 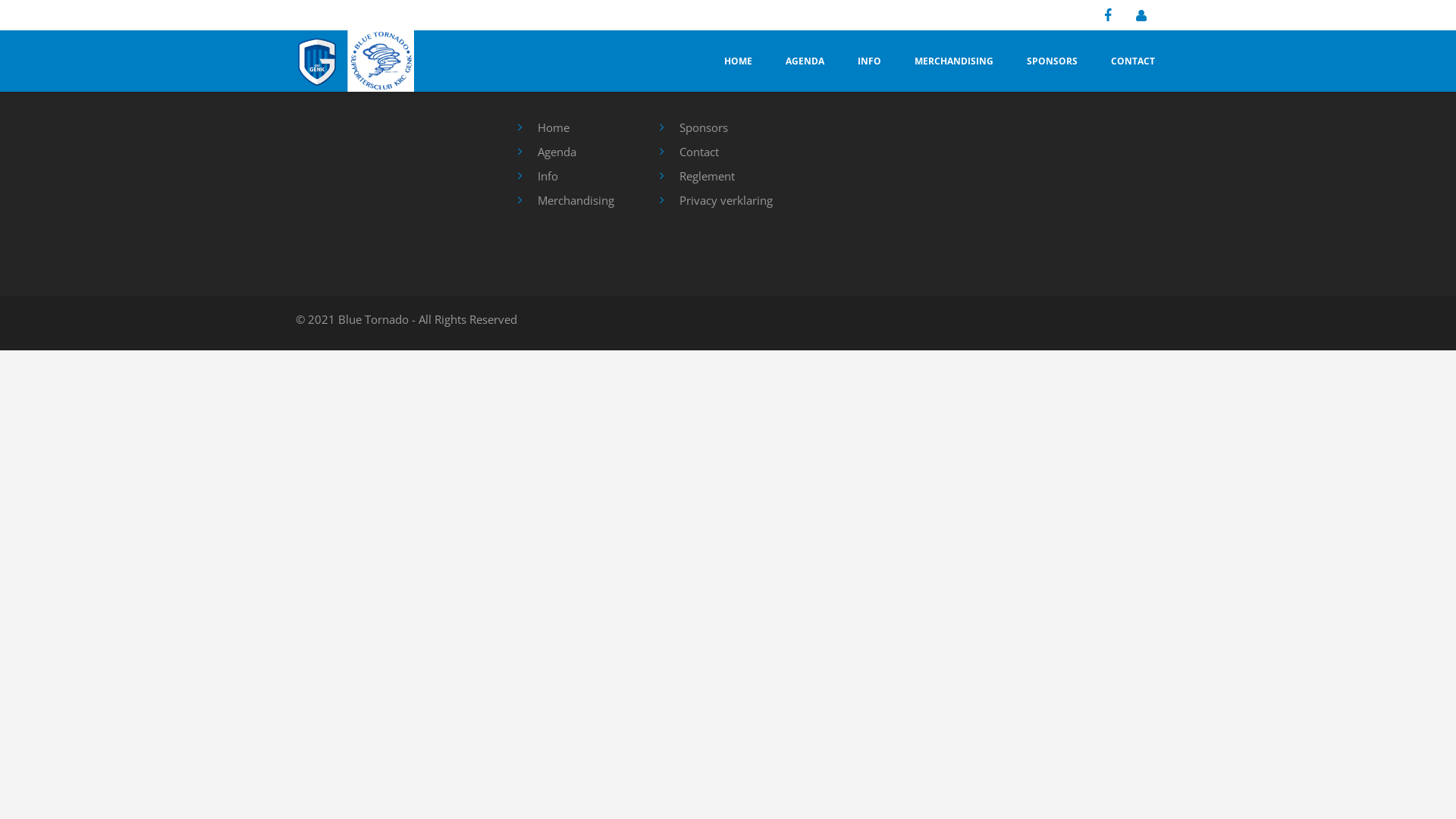 What do you see at coordinates (552, 127) in the screenshot?
I see `'Home'` at bounding box center [552, 127].